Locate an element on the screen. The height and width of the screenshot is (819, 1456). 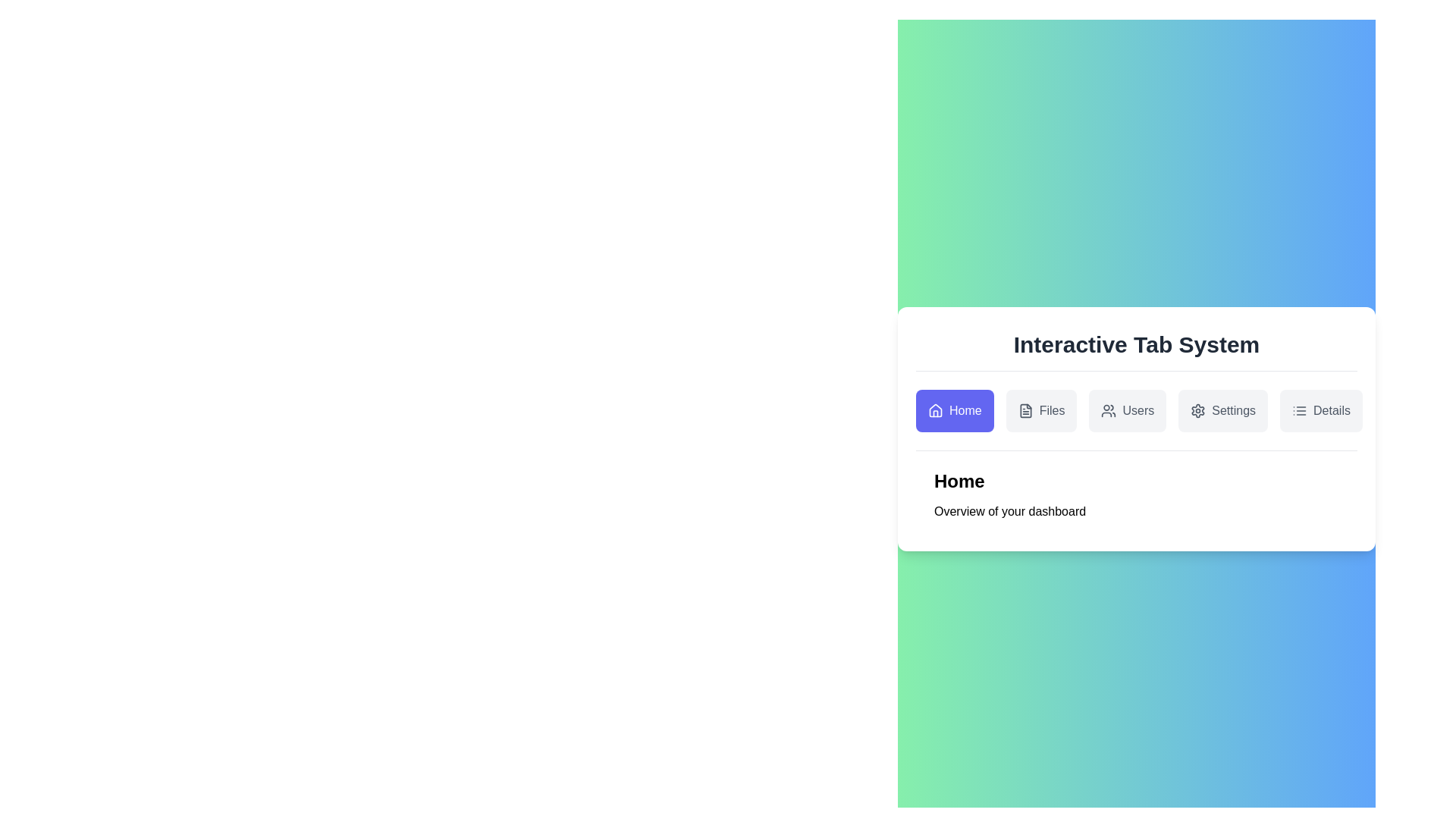
the 'Users' tab icon located in the tab bar between 'Files' and 'Settings' is located at coordinates (1109, 411).